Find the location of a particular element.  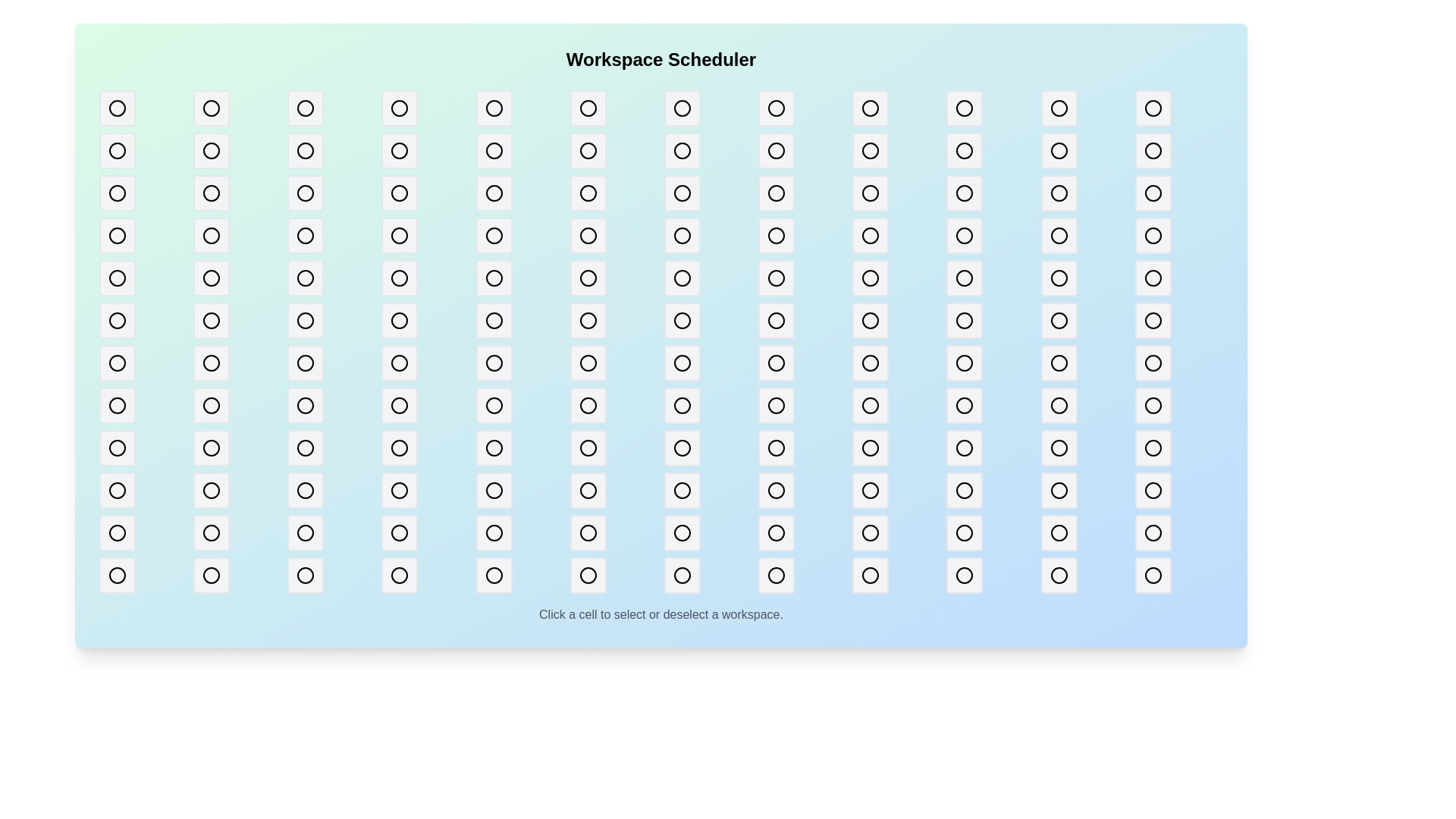

the instruction text below the grid is located at coordinates (661, 614).